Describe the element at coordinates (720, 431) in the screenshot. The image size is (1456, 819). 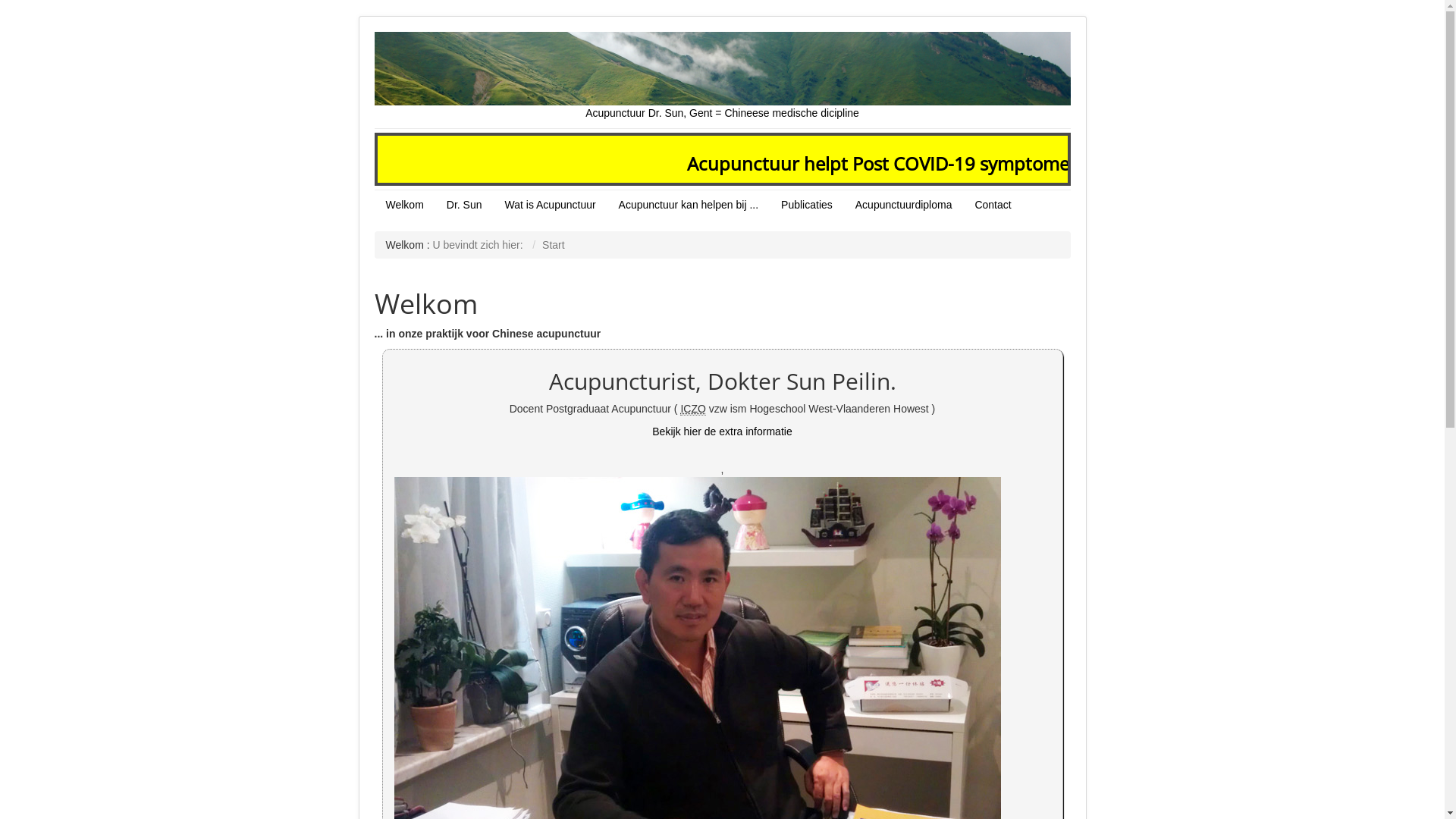
I see `'Bekijk hier de extra informatie'` at that location.